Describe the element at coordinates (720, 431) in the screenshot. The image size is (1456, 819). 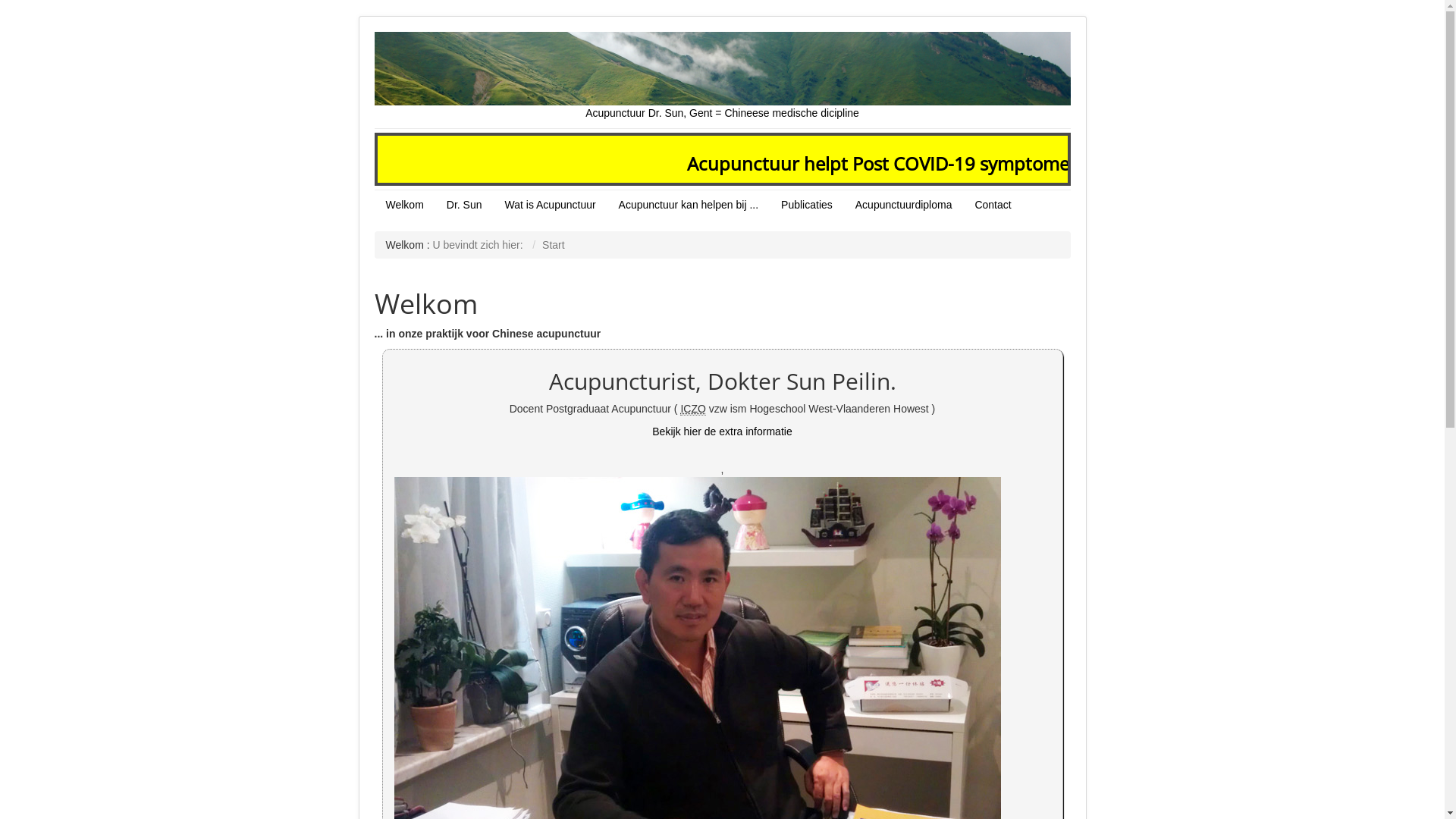
I see `'Bekijk hier de extra informatie'` at that location.